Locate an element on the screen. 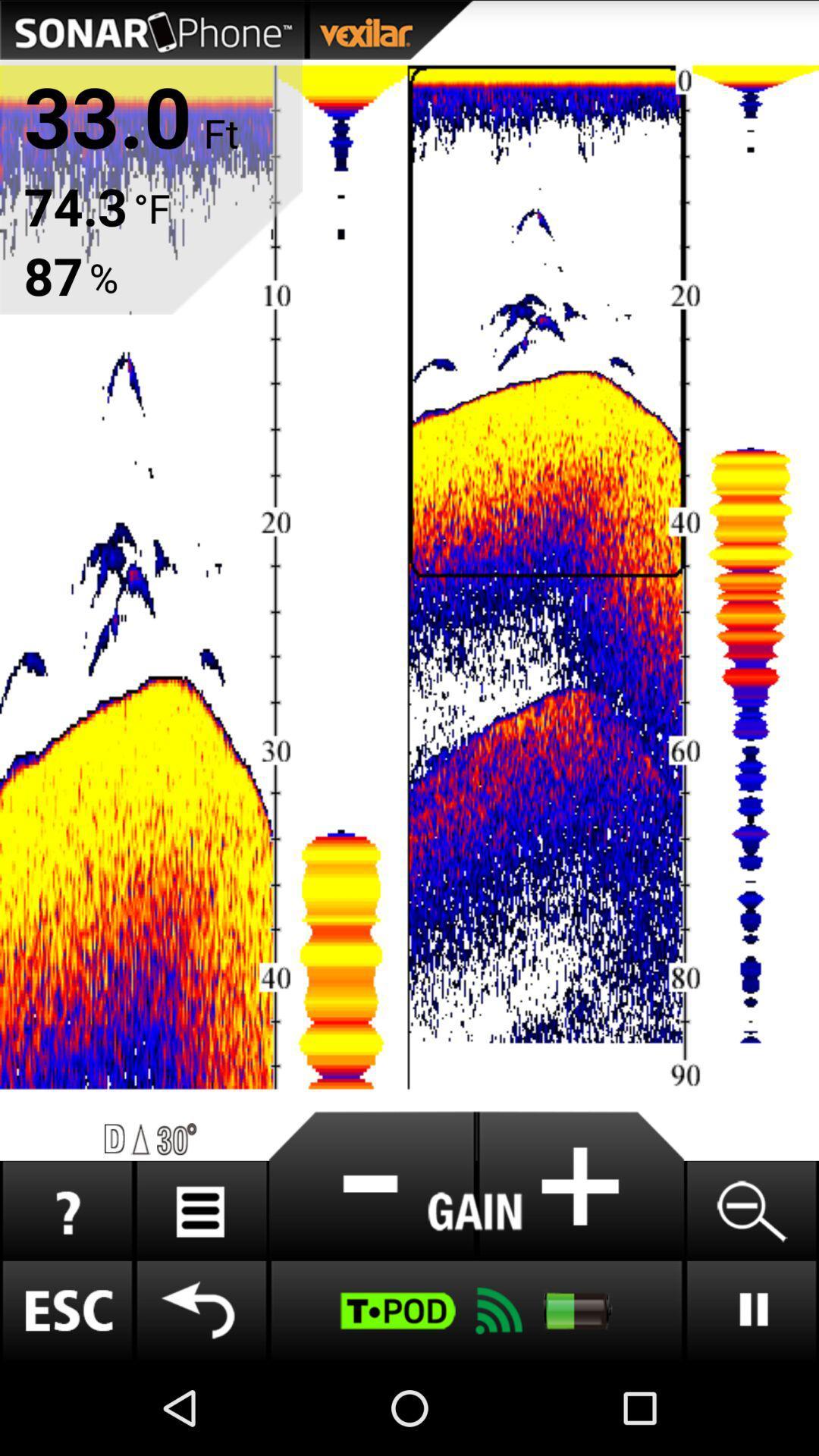 The height and width of the screenshot is (1456, 819). back is located at coordinates (200, 1310).